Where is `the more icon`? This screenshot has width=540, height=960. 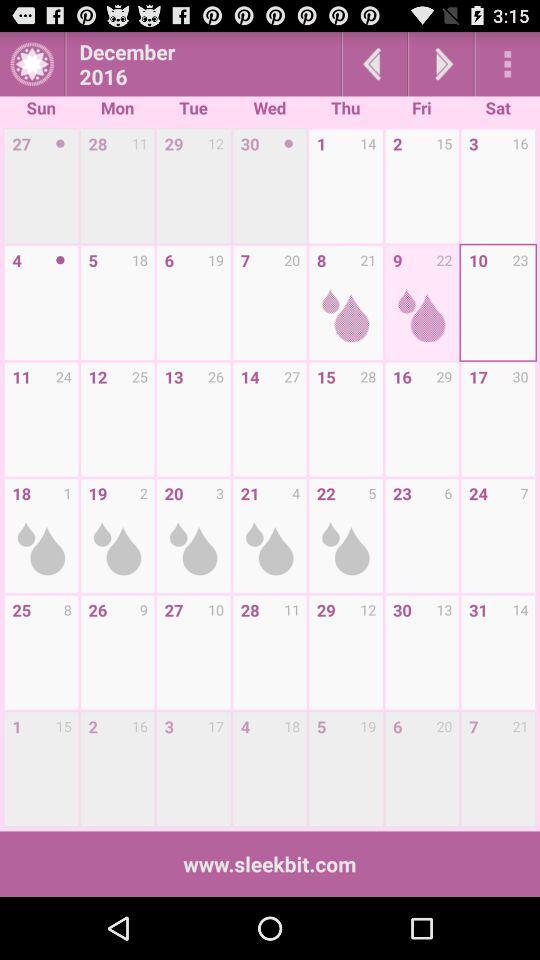
the more icon is located at coordinates (507, 68).